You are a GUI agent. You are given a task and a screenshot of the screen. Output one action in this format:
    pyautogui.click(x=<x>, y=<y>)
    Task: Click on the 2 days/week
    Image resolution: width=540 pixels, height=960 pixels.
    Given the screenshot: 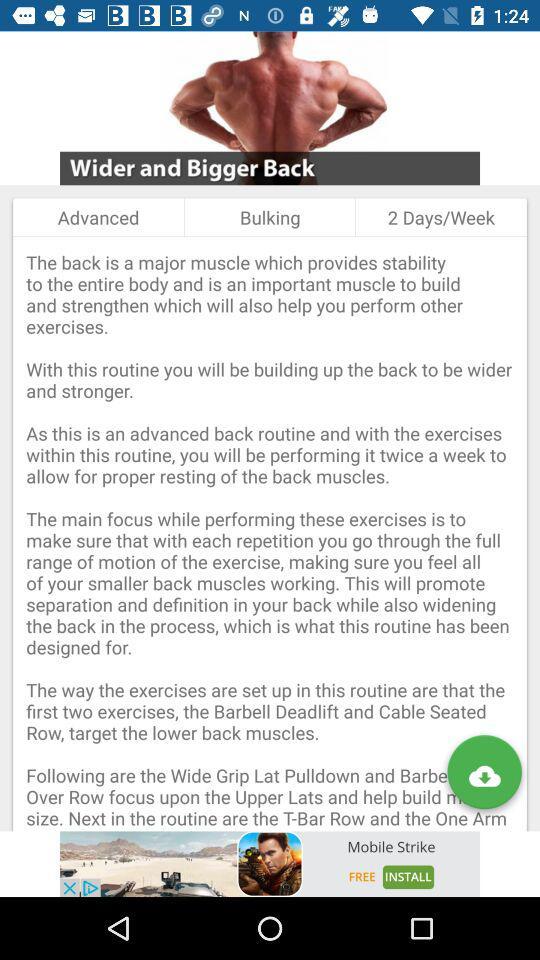 What is the action you would take?
    pyautogui.click(x=441, y=217)
    